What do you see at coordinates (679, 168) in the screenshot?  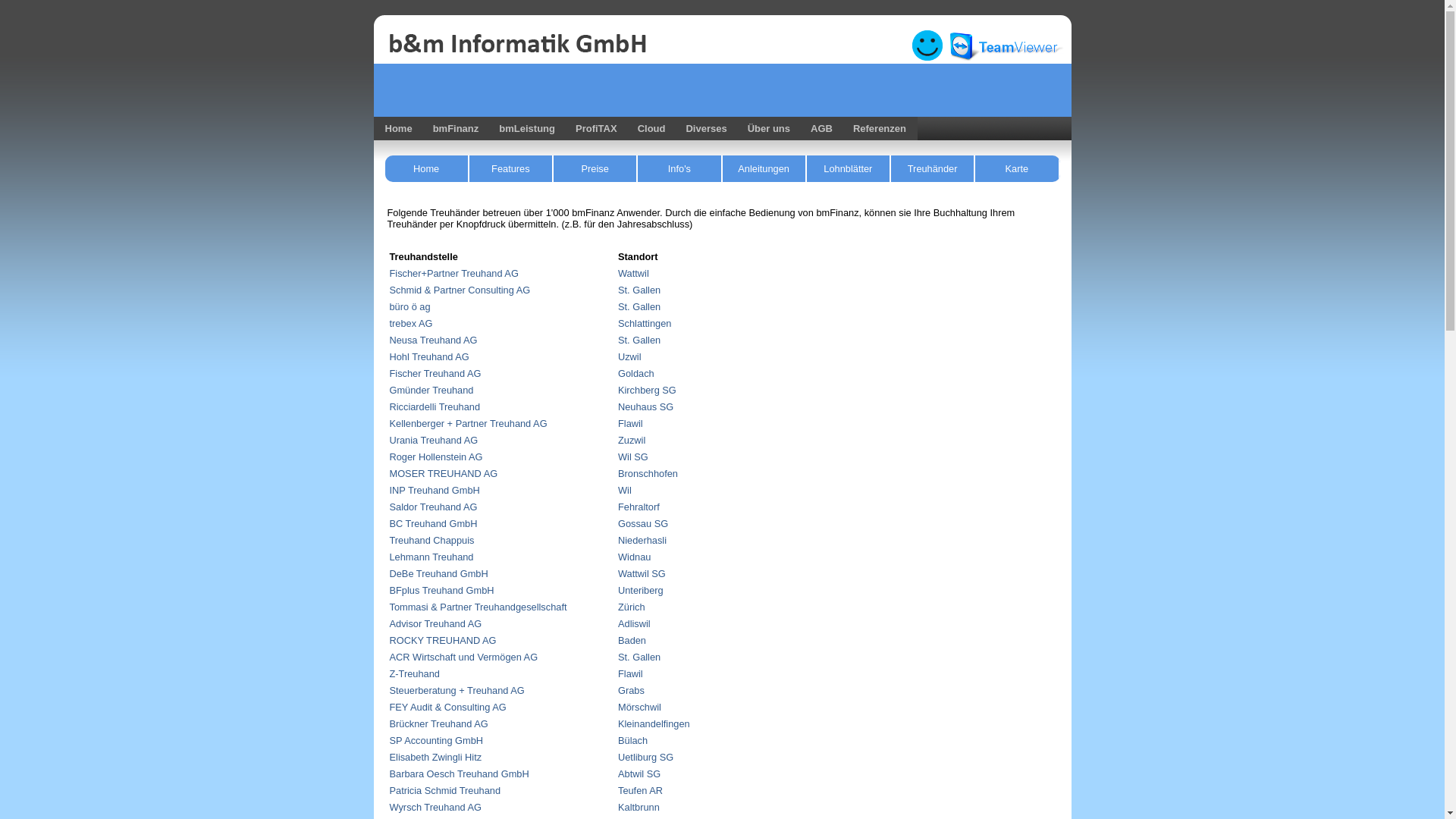 I see `'Info's'` at bounding box center [679, 168].